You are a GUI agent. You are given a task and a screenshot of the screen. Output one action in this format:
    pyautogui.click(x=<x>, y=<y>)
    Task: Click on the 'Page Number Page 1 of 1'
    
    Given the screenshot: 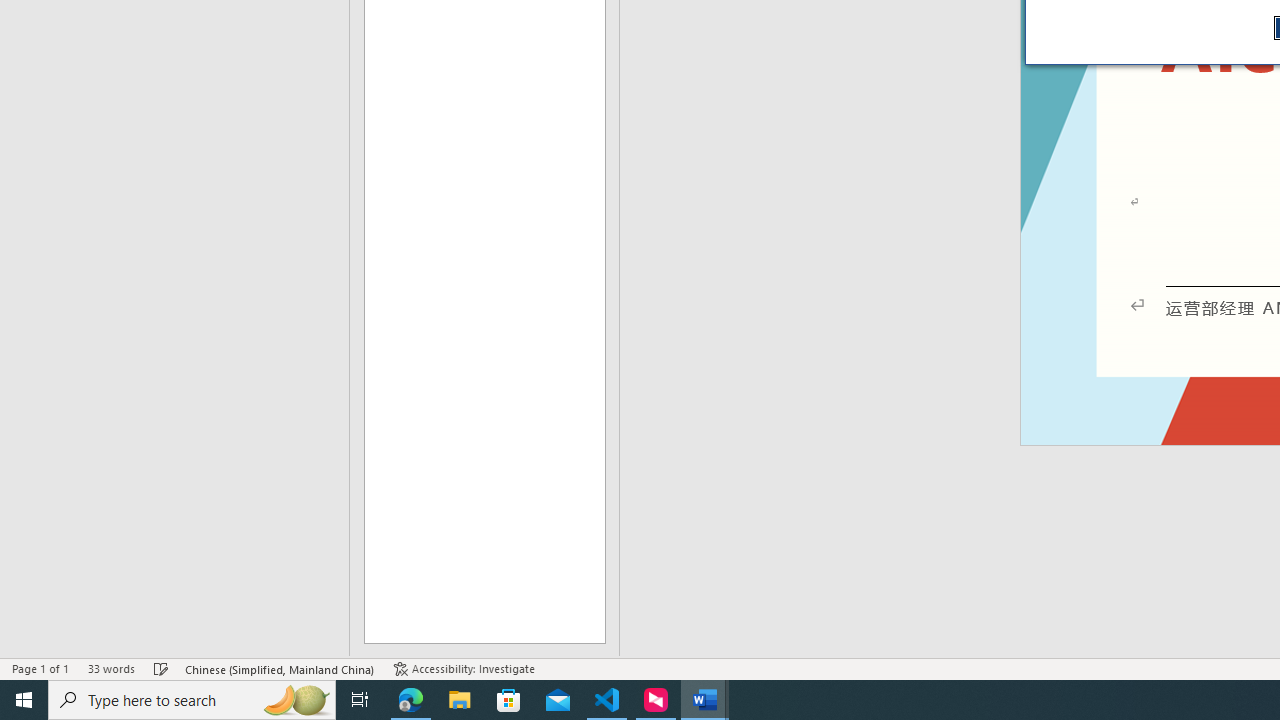 What is the action you would take?
    pyautogui.click(x=40, y=669)
    